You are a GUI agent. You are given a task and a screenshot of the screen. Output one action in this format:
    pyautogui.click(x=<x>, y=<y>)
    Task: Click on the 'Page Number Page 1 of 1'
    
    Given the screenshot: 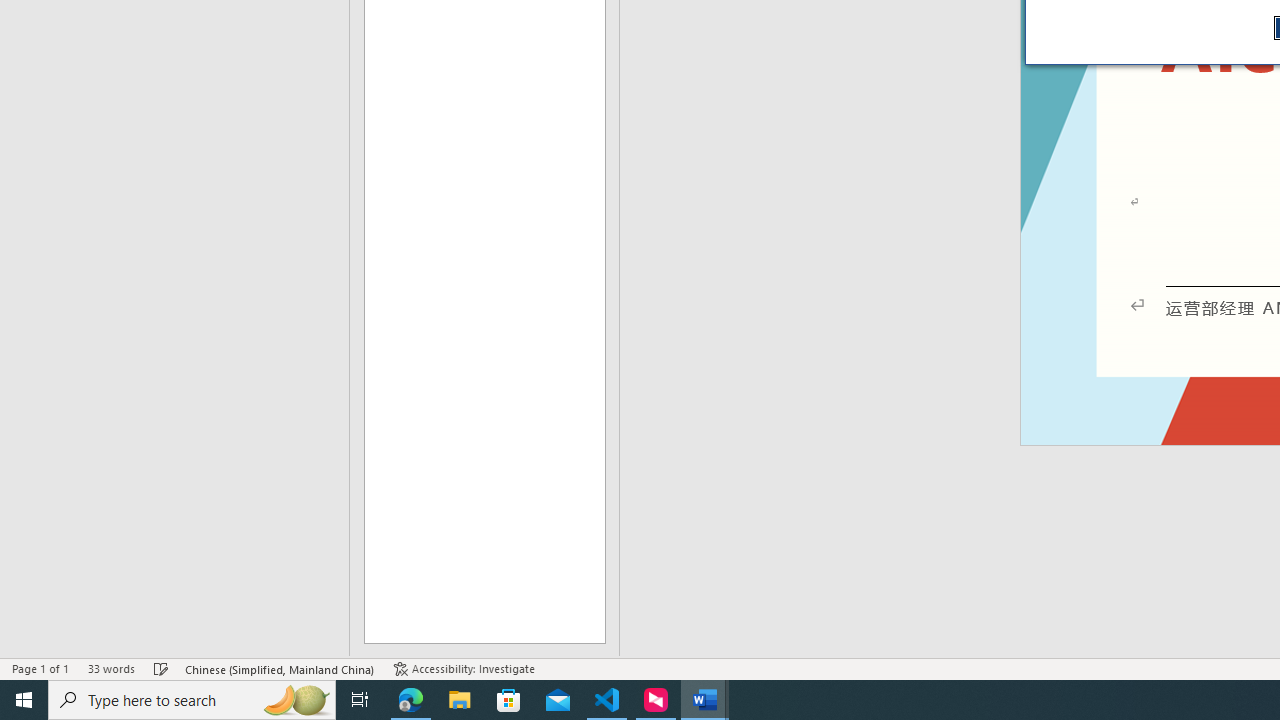 What is the action you would take?
    pyautogui.click(x=40, y=669)
    